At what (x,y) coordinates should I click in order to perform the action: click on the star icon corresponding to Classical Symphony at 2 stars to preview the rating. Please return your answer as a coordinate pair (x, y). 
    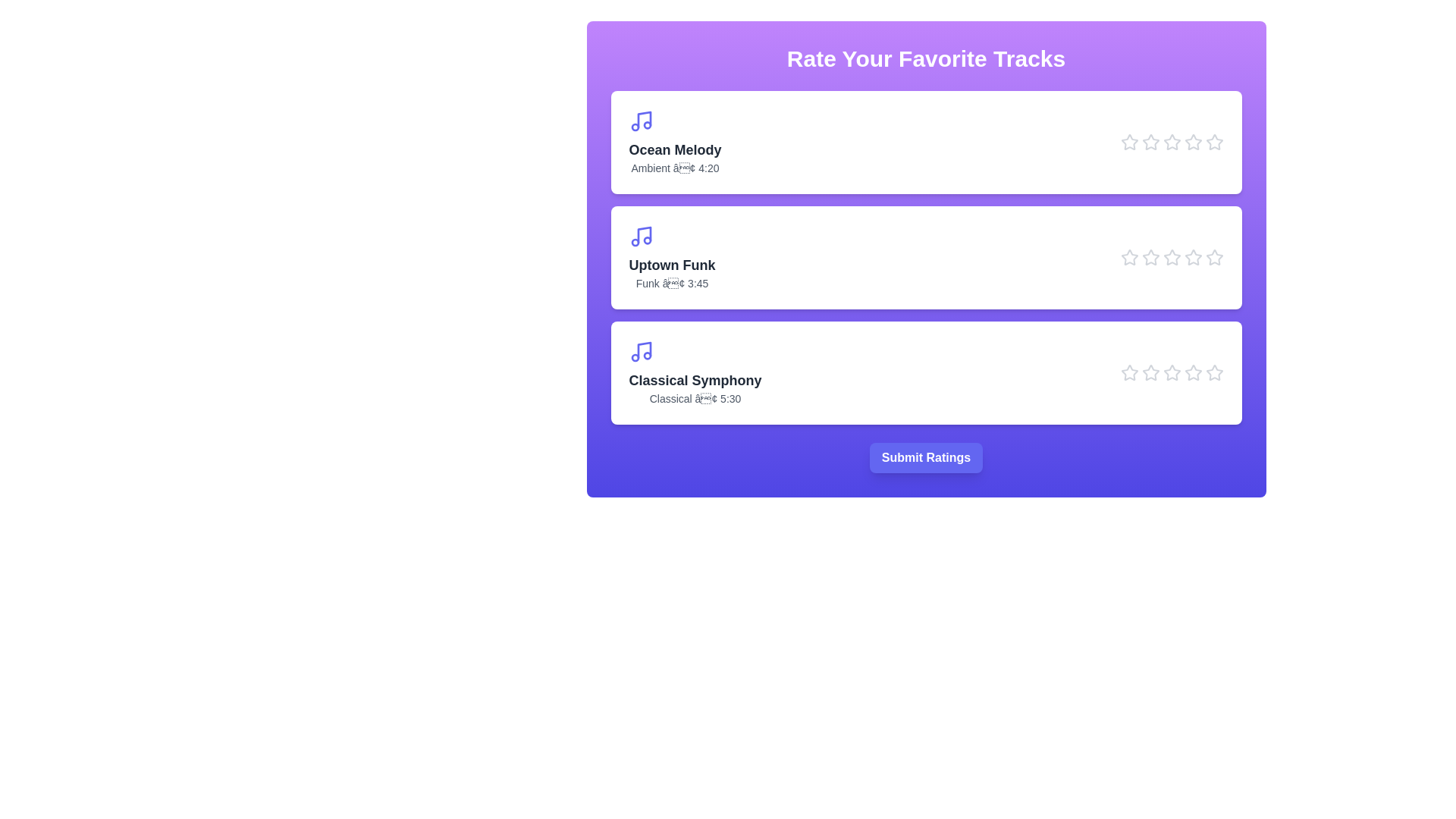
    Looking at the image, I should click on (1150, 373).